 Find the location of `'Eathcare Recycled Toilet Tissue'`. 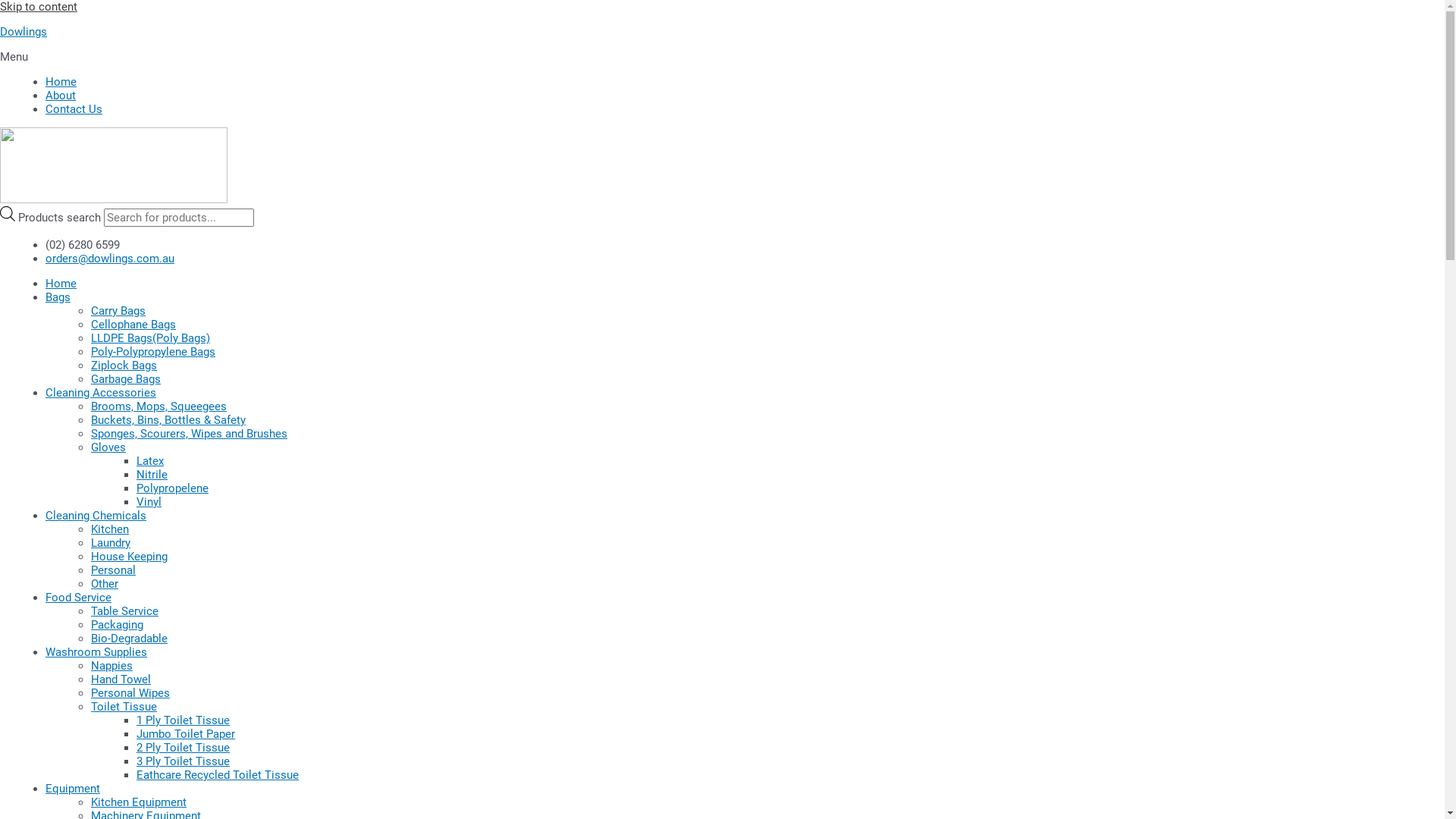

'Eathcare Recycled Toilet Tissue' is located at coordinates (217, 775).